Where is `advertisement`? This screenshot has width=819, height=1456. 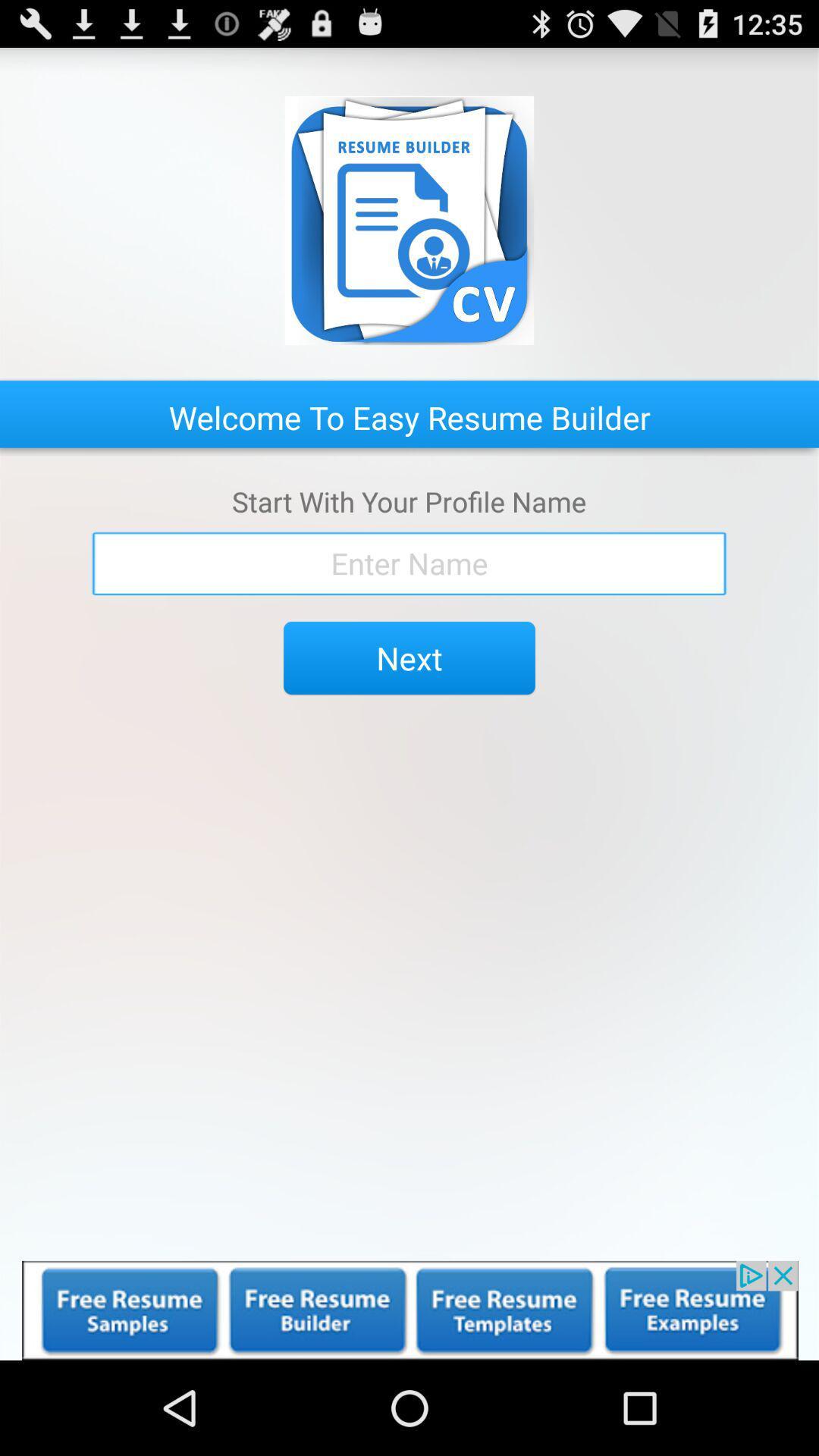
advertisement is located at coordinates (409, 1310).